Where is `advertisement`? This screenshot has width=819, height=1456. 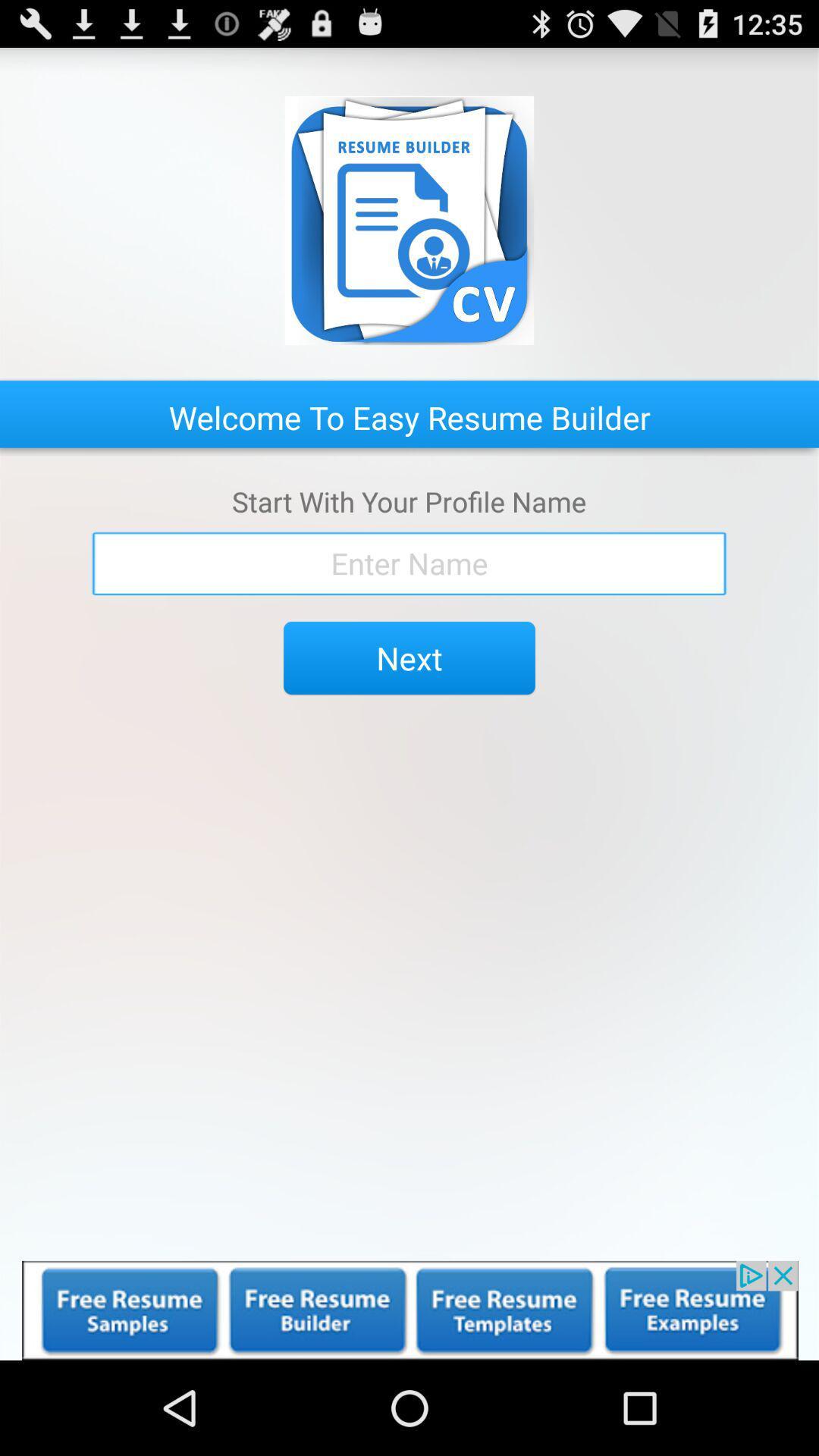
advertisement is located at coordinates (409, 1310).